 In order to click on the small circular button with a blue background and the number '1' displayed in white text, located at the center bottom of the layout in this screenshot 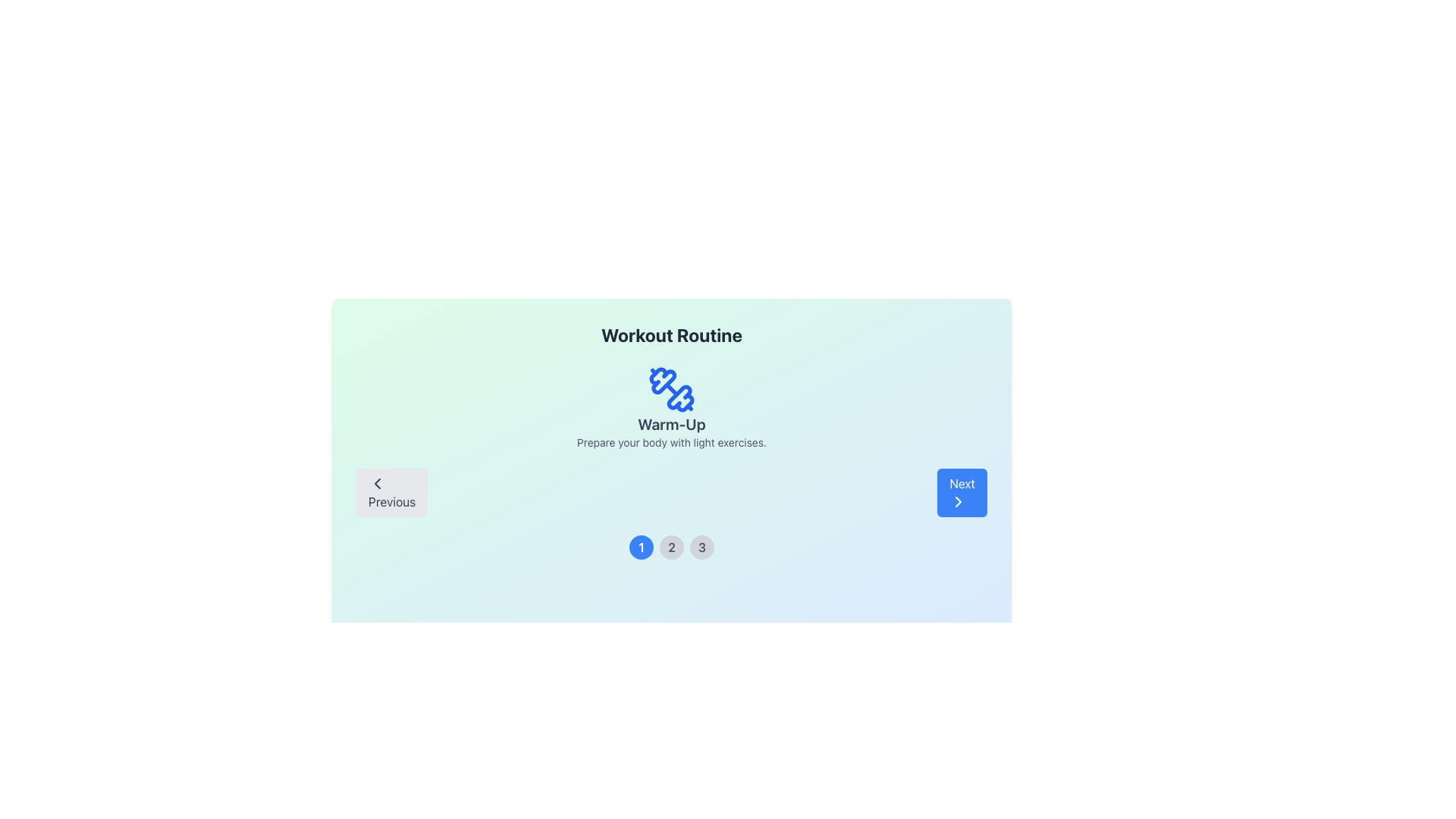, I will do `click(641, 547)`.